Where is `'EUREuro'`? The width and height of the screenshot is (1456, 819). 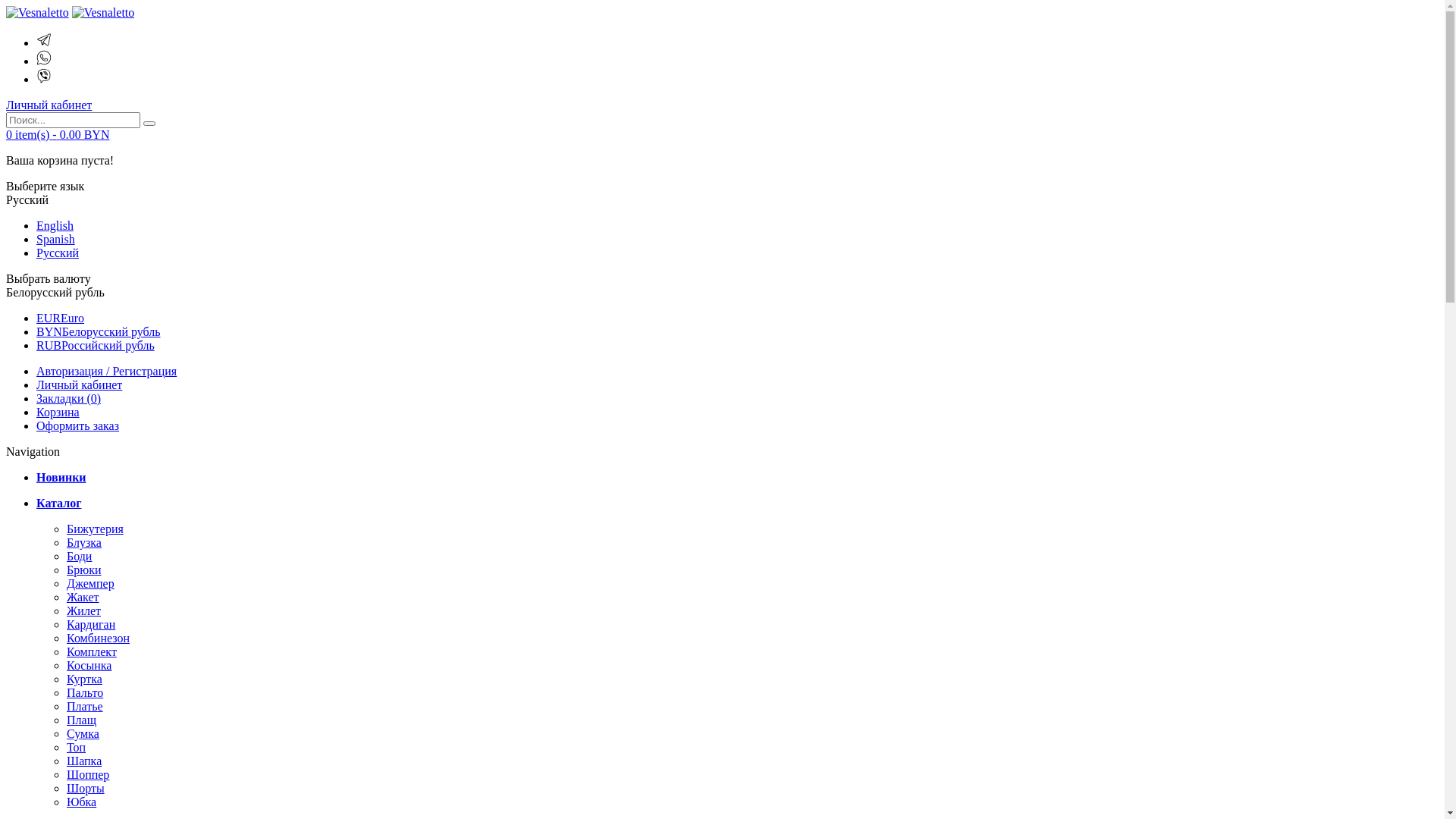 'EUREuro' is located at coordinates (36, 317).